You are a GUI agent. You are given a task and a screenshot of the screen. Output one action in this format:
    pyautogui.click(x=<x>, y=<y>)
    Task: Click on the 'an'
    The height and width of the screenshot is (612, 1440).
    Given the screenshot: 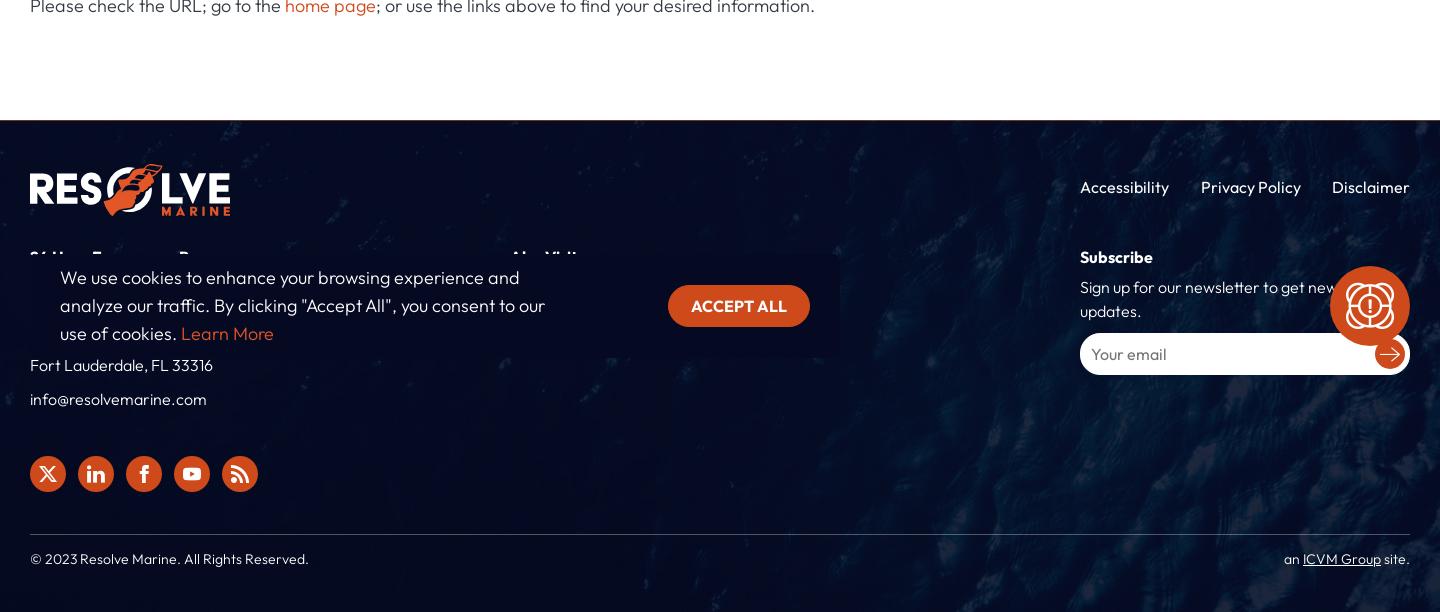 What is the action you would take?
    pyautogui.click(x=1293, y=557)
    